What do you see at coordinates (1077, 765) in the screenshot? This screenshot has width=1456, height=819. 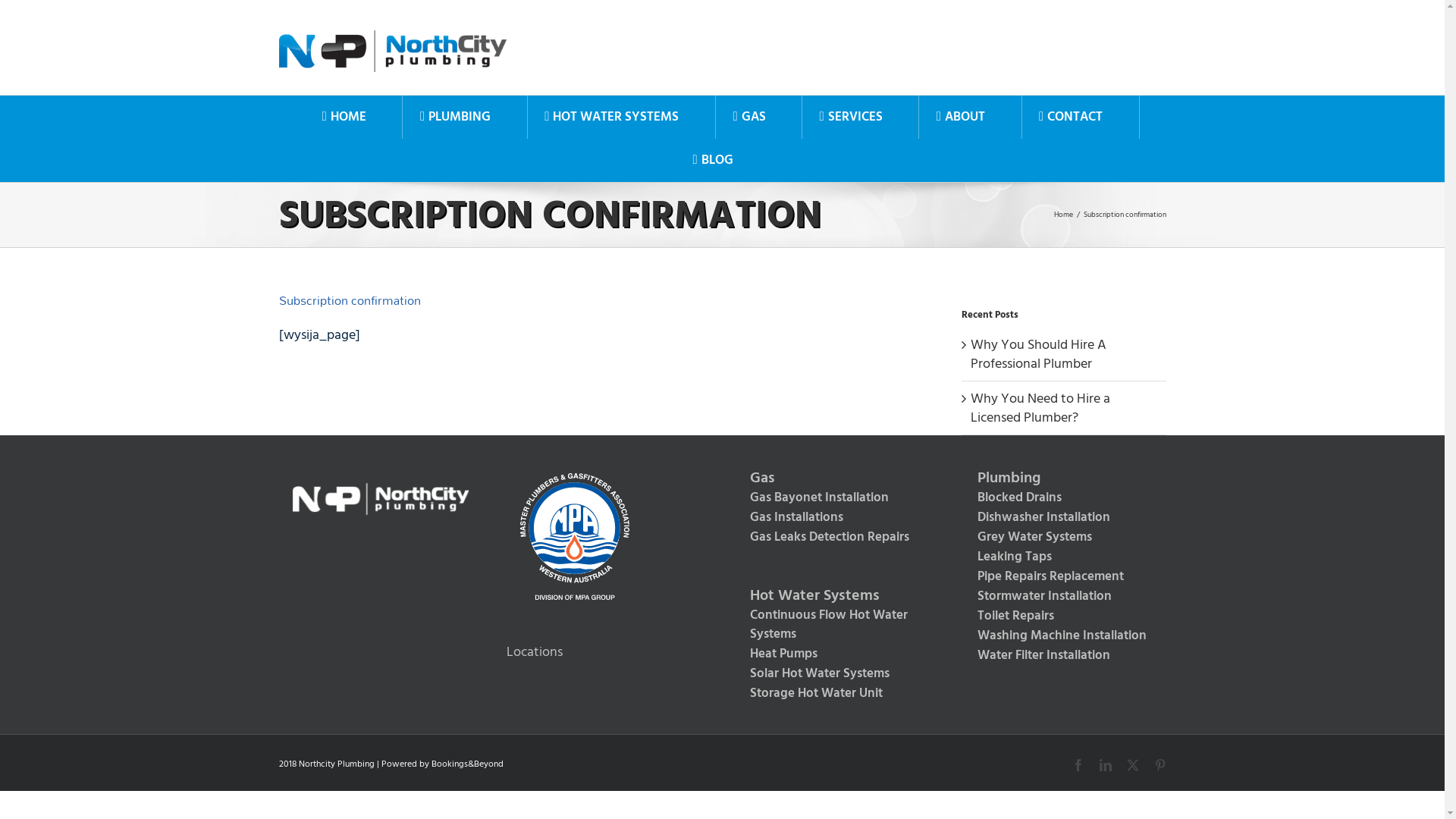 I see `'Facebook'` at bounding box center [1077, 765].